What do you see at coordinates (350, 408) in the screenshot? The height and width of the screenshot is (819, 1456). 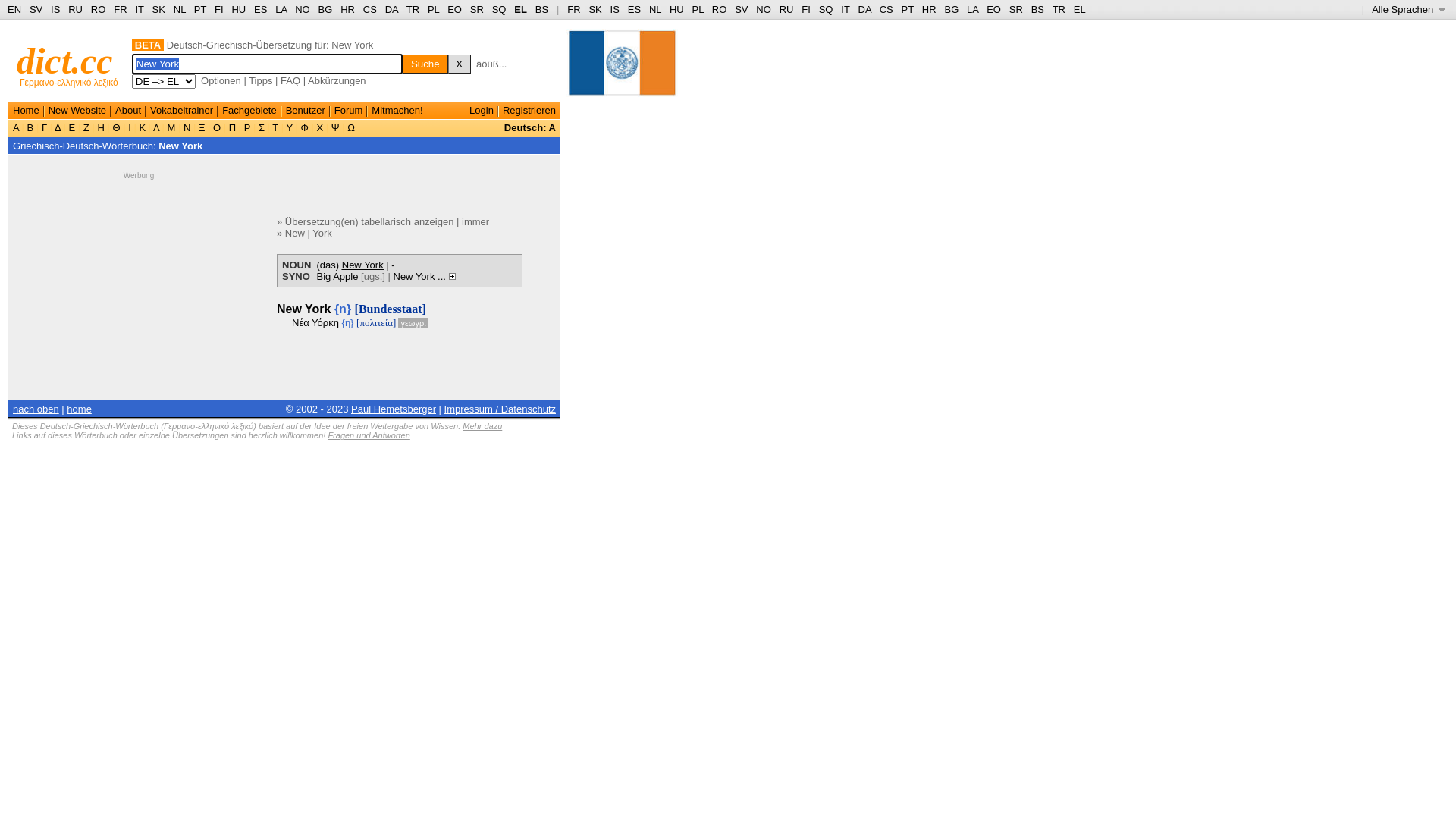 I see `'Paul Hemetsberger'` at bounding box center [350, 408].